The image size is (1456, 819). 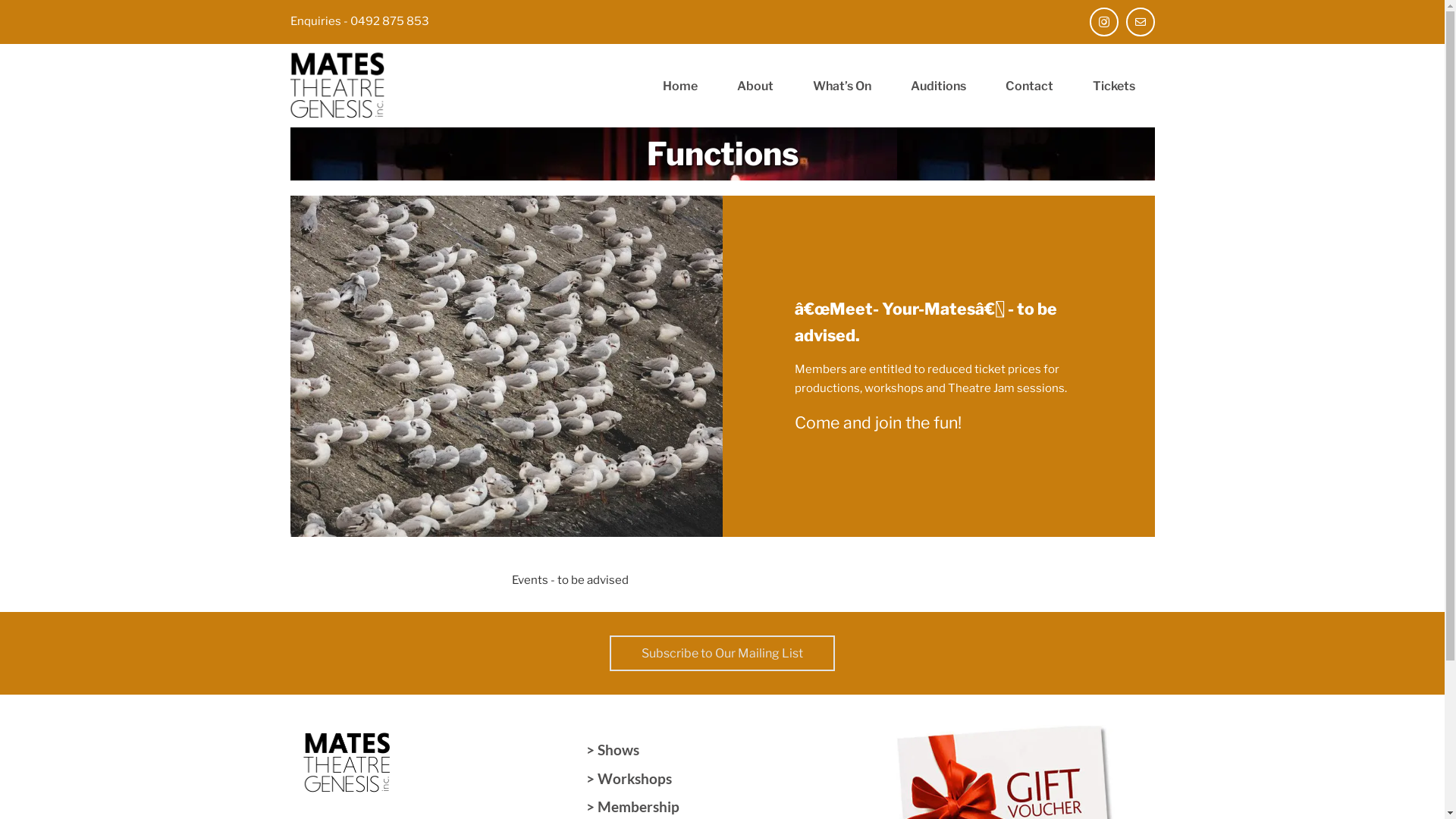 I want to click on 'Company-Brand-LogoType_Black_300ppi', so click(x=290, y=85).